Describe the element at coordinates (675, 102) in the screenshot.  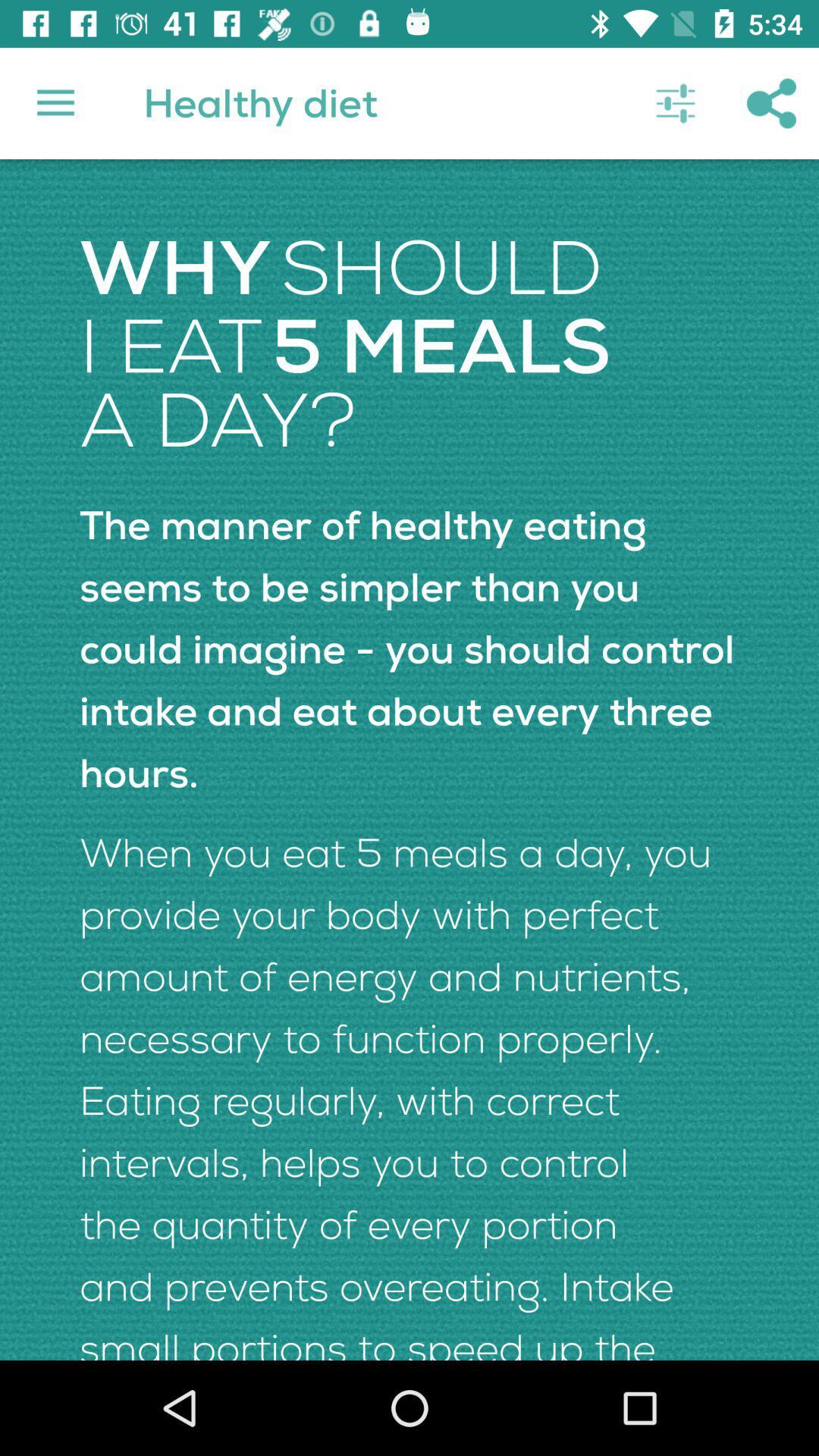
I see `icon to the right of the healthy diet item` at that location.